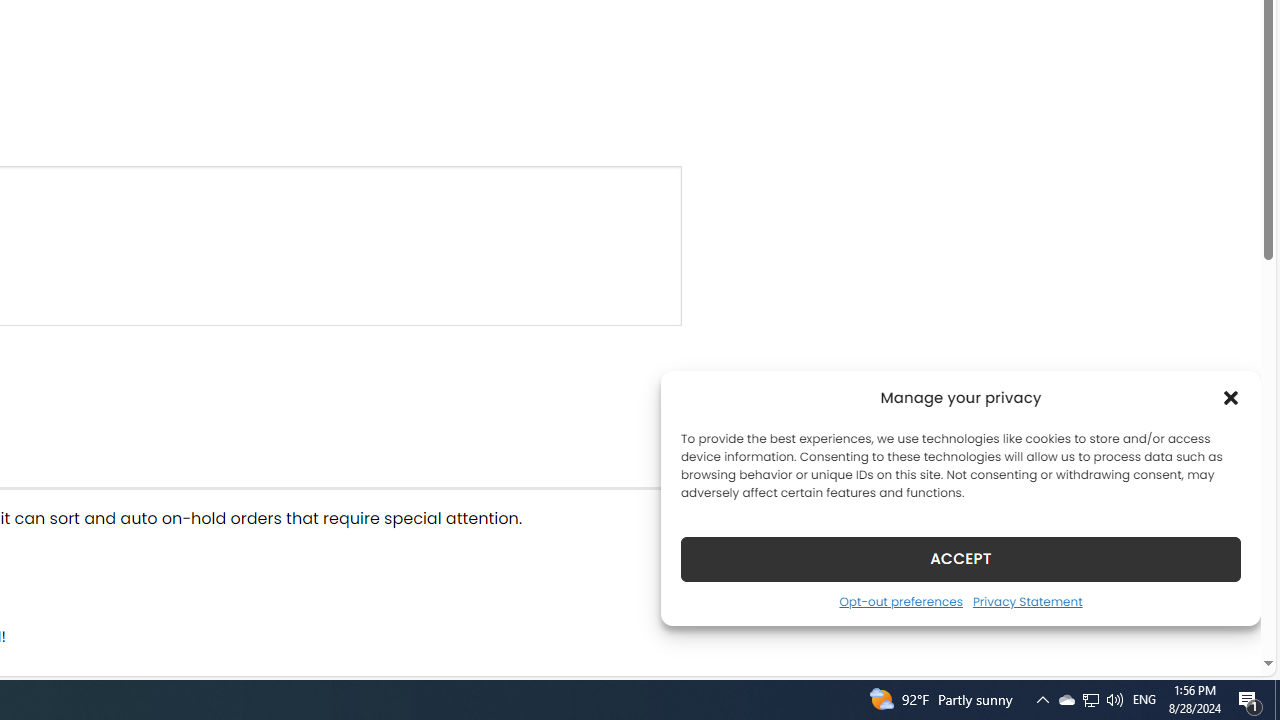 The height and width of the screenshot is (720, 1280). I want to click on 'ACCEPT', so click(961, 558).